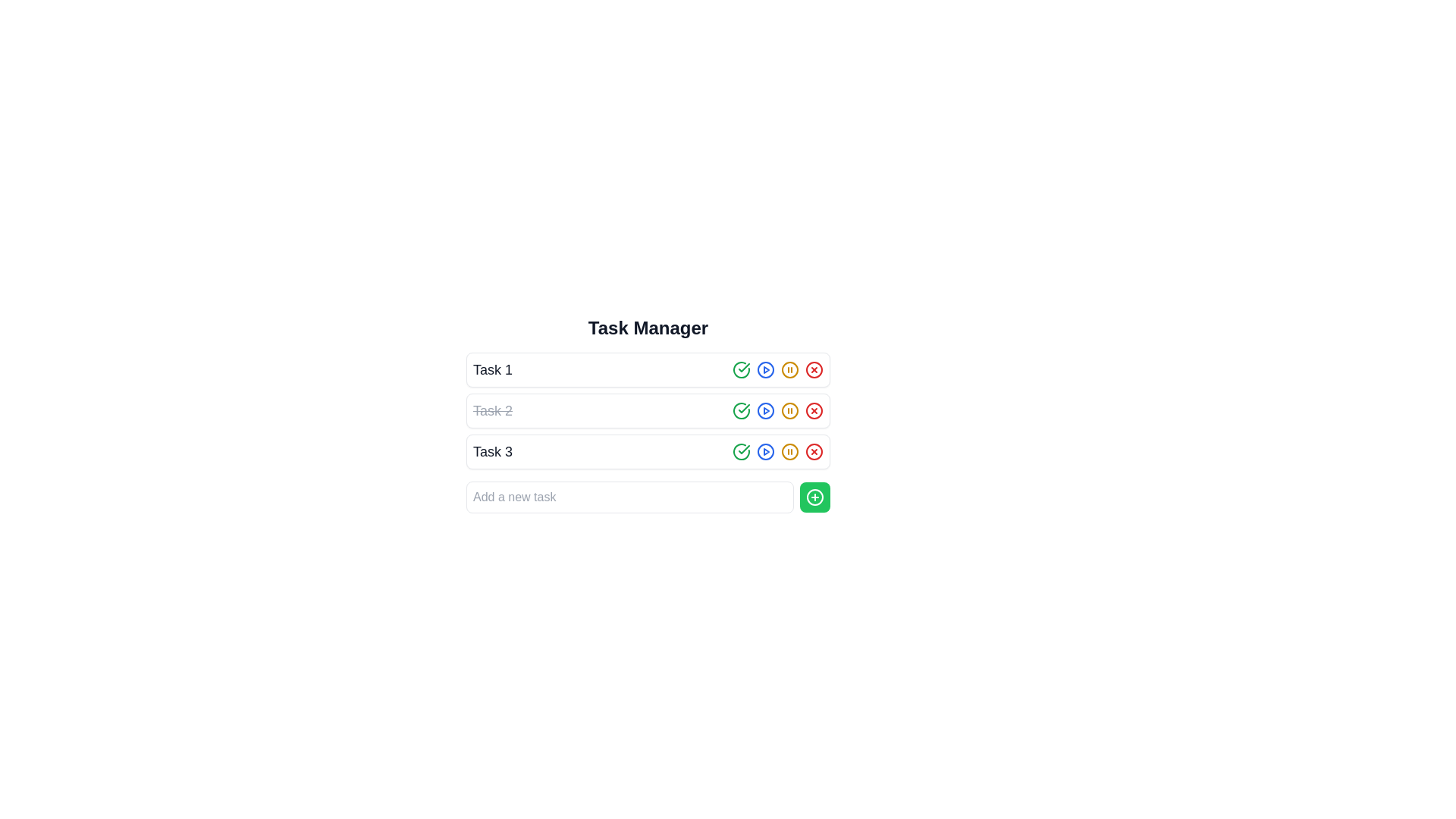  What do you see at coordinates (493, 411) in the screenshot?
I see `the text label 'Task 2' which represents a completed or inactive task in the task management box, located as the second item in the list with interactive buttons on the right side` at bounding box center [493, 411].